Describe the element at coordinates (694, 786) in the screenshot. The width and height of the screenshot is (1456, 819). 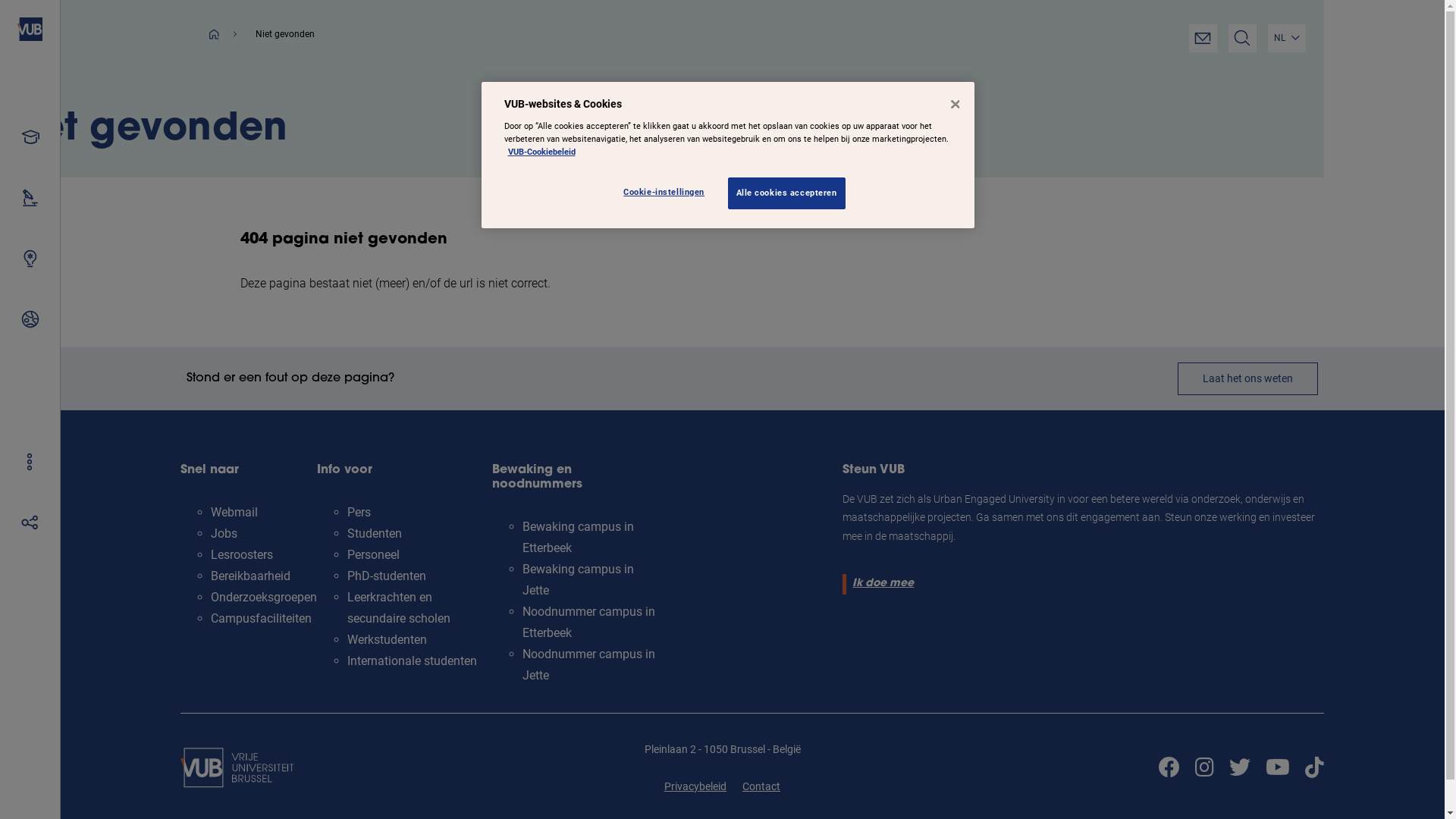
I see `'Privacybeleid'` at that location.